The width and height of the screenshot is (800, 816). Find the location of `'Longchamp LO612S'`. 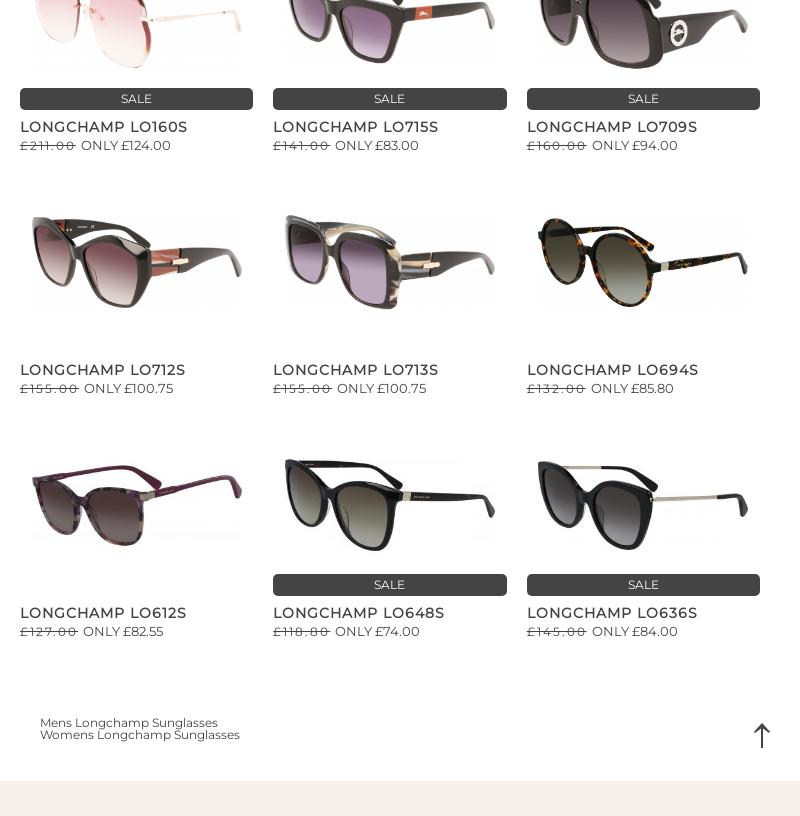

'Longchamp LO612S' is located at coordinates (102, 612).